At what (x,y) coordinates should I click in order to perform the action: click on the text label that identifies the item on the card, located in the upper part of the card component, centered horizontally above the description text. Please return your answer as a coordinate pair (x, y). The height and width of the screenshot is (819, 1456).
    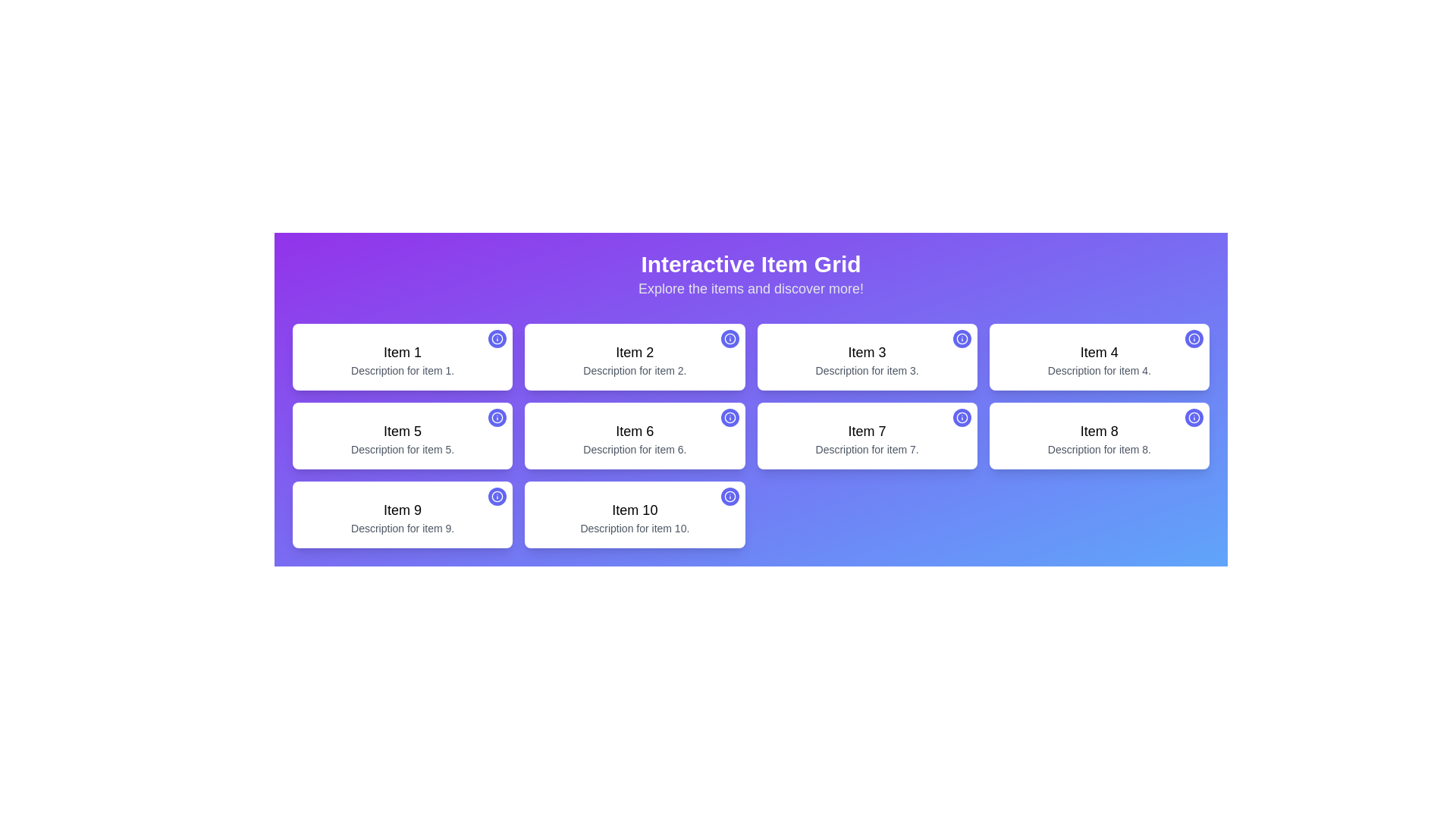
    Looking at the image, I should click on (867, 353).